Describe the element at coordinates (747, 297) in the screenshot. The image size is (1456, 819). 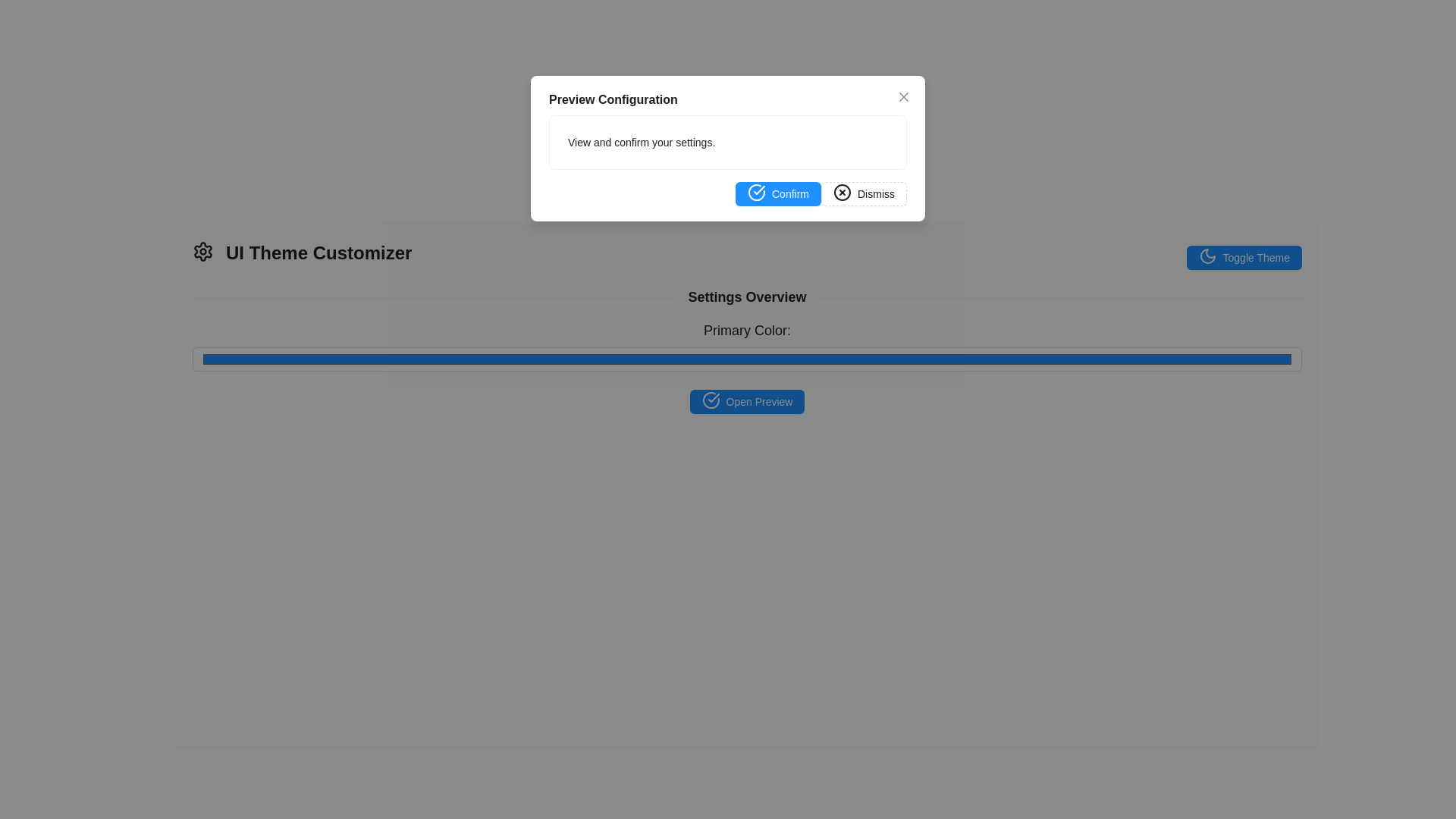
I see `the horizontal line divider with centered text 'Settings Overview' that separates the 'Toggle Theme' button and the 'Primary Color' label` at that location.